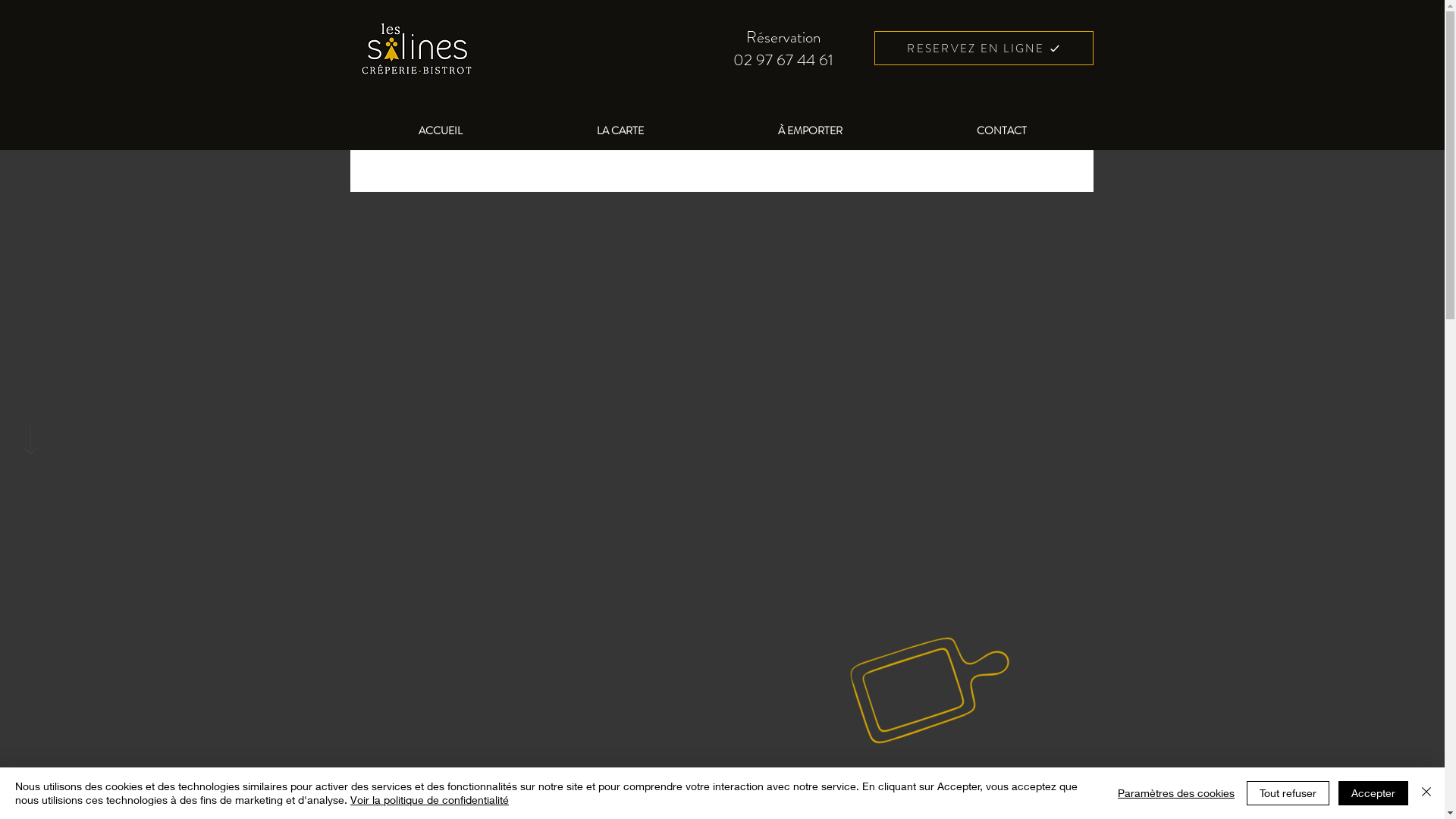  Describe the element at coordinates (620, 130) in the screenshot. I see `'LA CARTE'` at that location.